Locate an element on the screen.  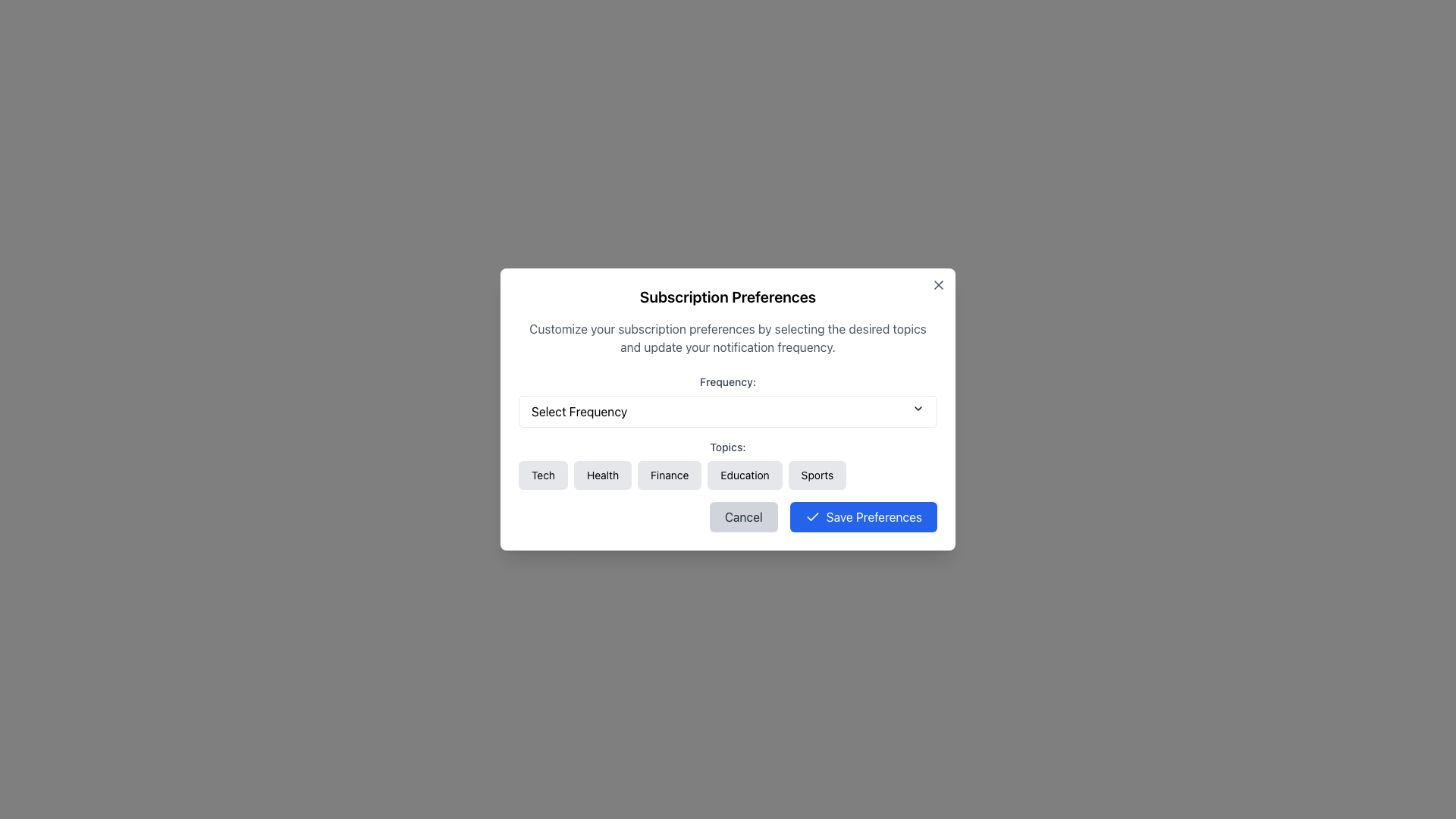
the 'Finance' button, which is the third button in a horizontal row under the 'Topics' section of the modal dialog is located at coordinates (669, 475).